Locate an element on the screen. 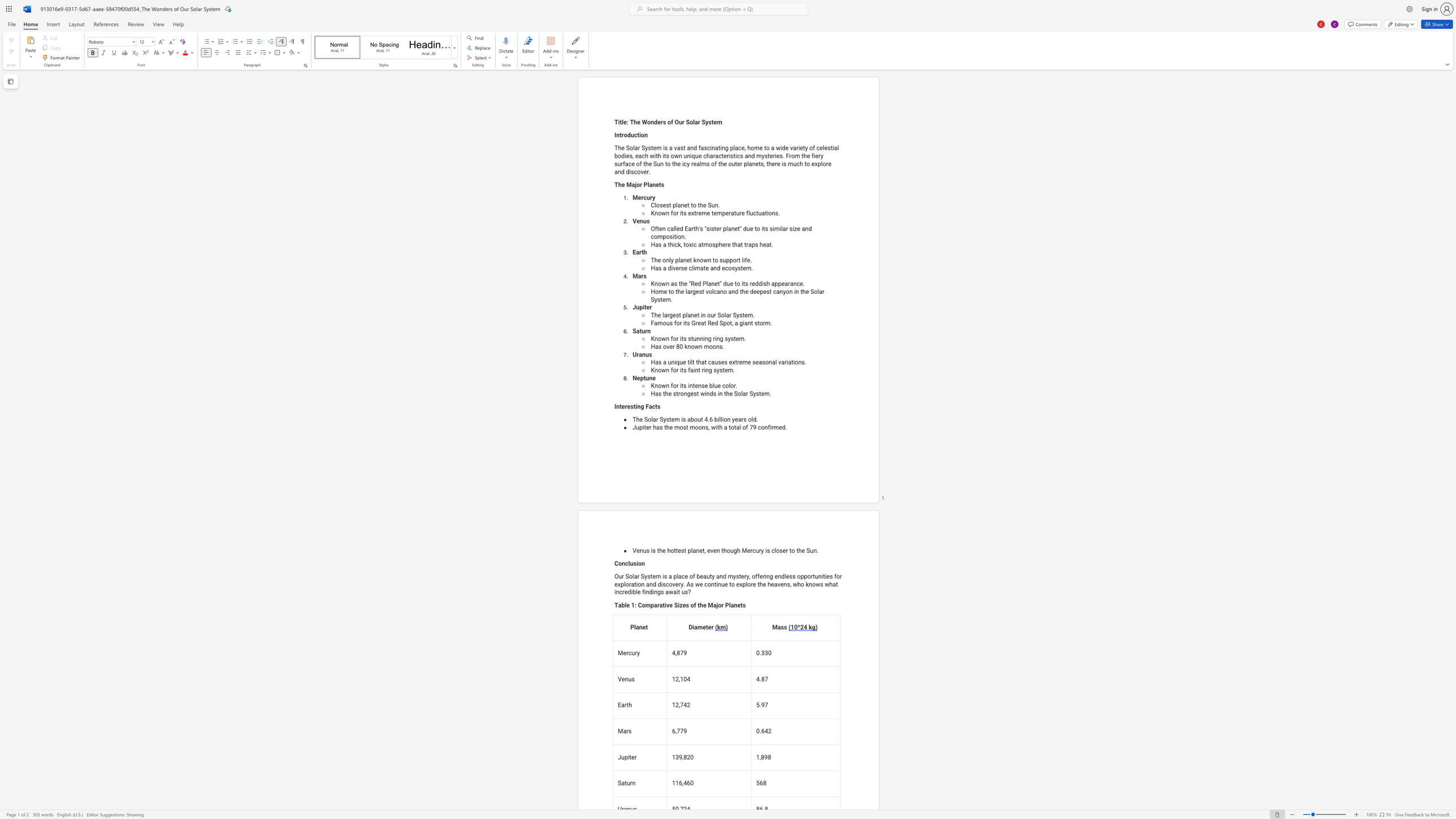  the subset text "due to its reddis" within the text "Known as the" is located at coordinates (723, 283).